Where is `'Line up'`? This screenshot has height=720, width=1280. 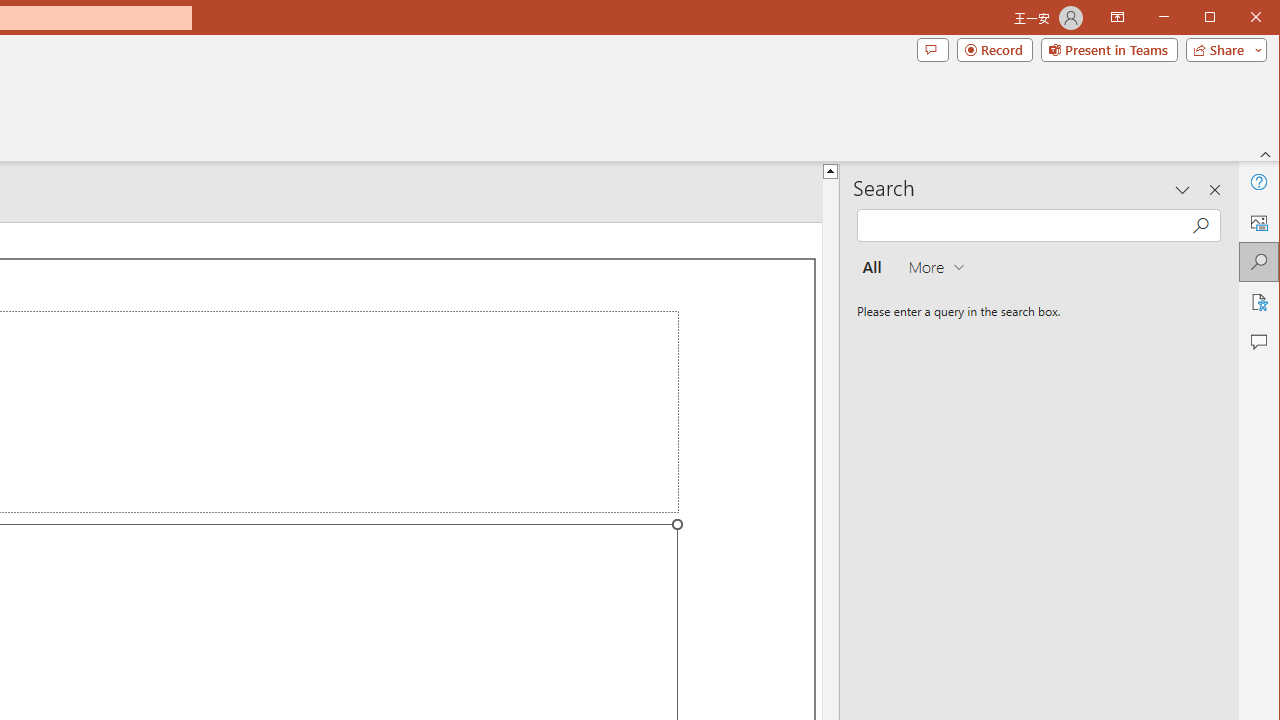 'Line up' is located at coordinates (830, 169).